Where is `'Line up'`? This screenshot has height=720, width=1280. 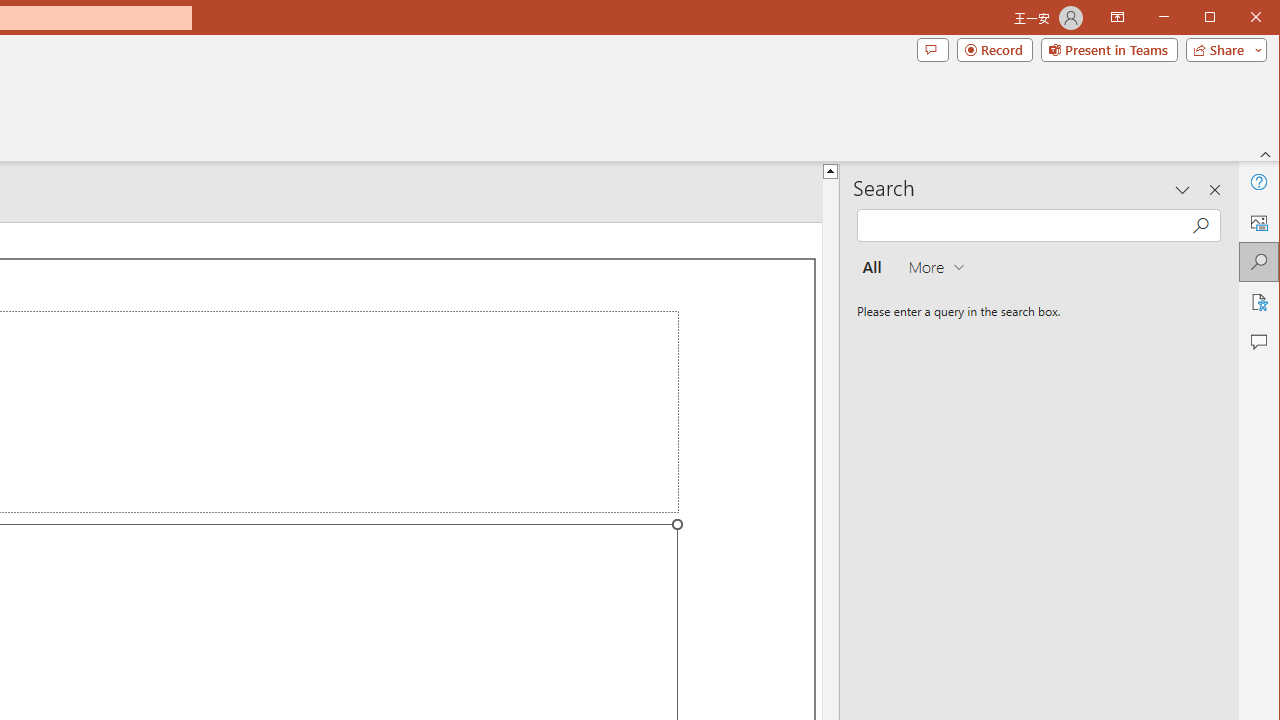 'Line up' is located at coordinates (830, 169).